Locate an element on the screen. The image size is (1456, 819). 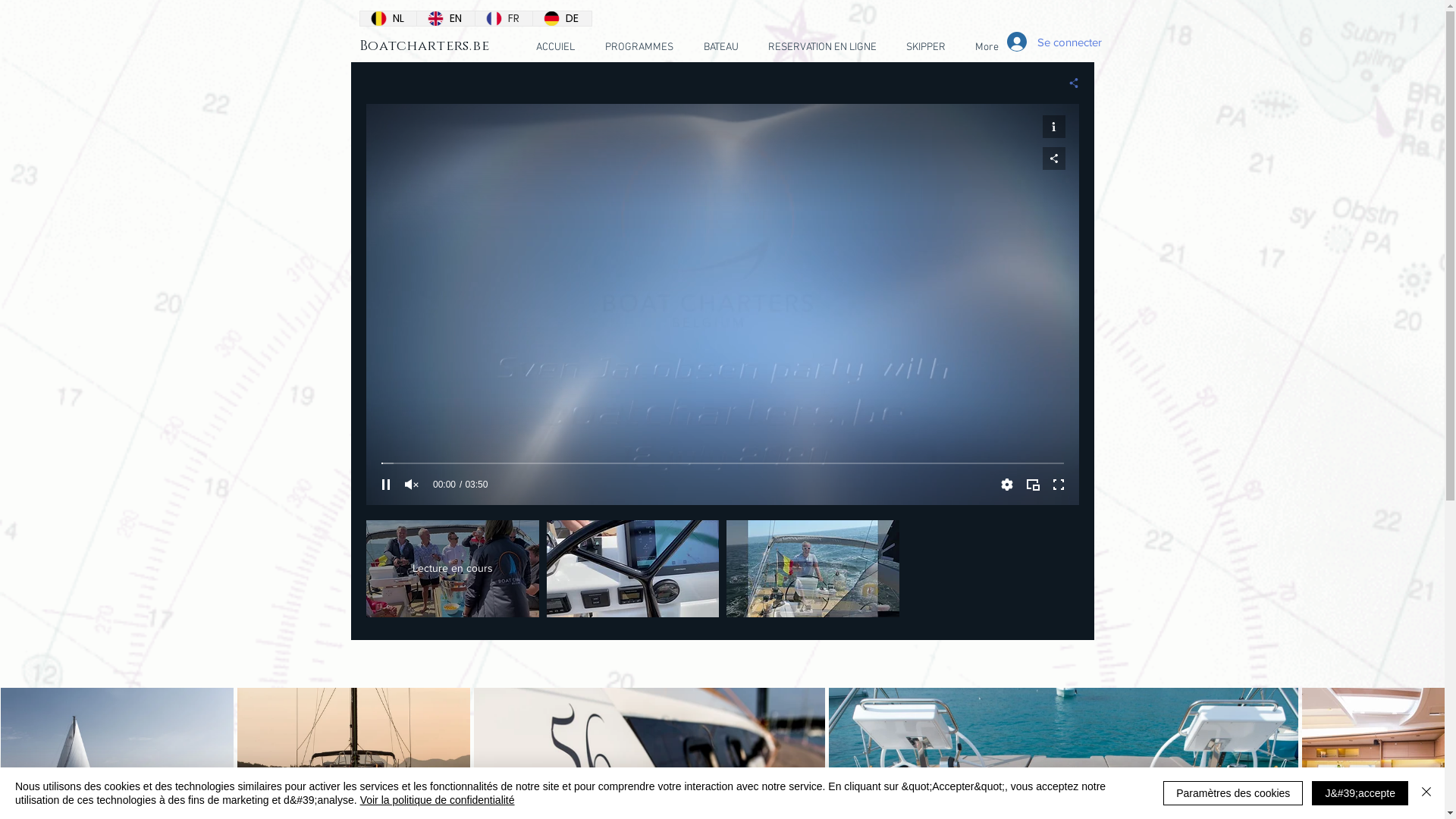
'PROGRAMMES' is located at coordinates (588, 46).